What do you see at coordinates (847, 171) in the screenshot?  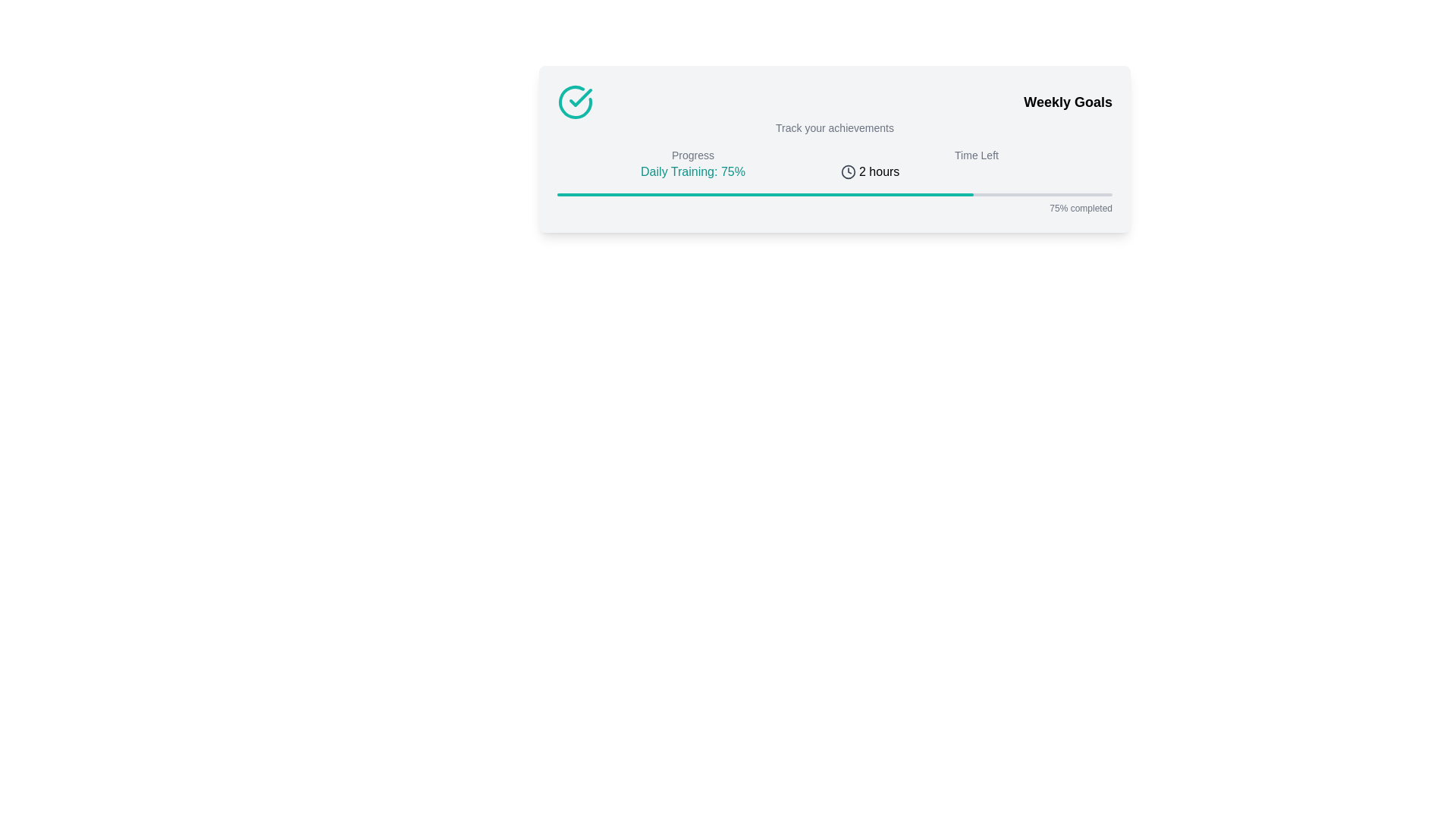 I see `the decorative and informative icon located to the left of the '2 hours' text in the 'Time Left' section of the interface` at bounding box center [847, 171].